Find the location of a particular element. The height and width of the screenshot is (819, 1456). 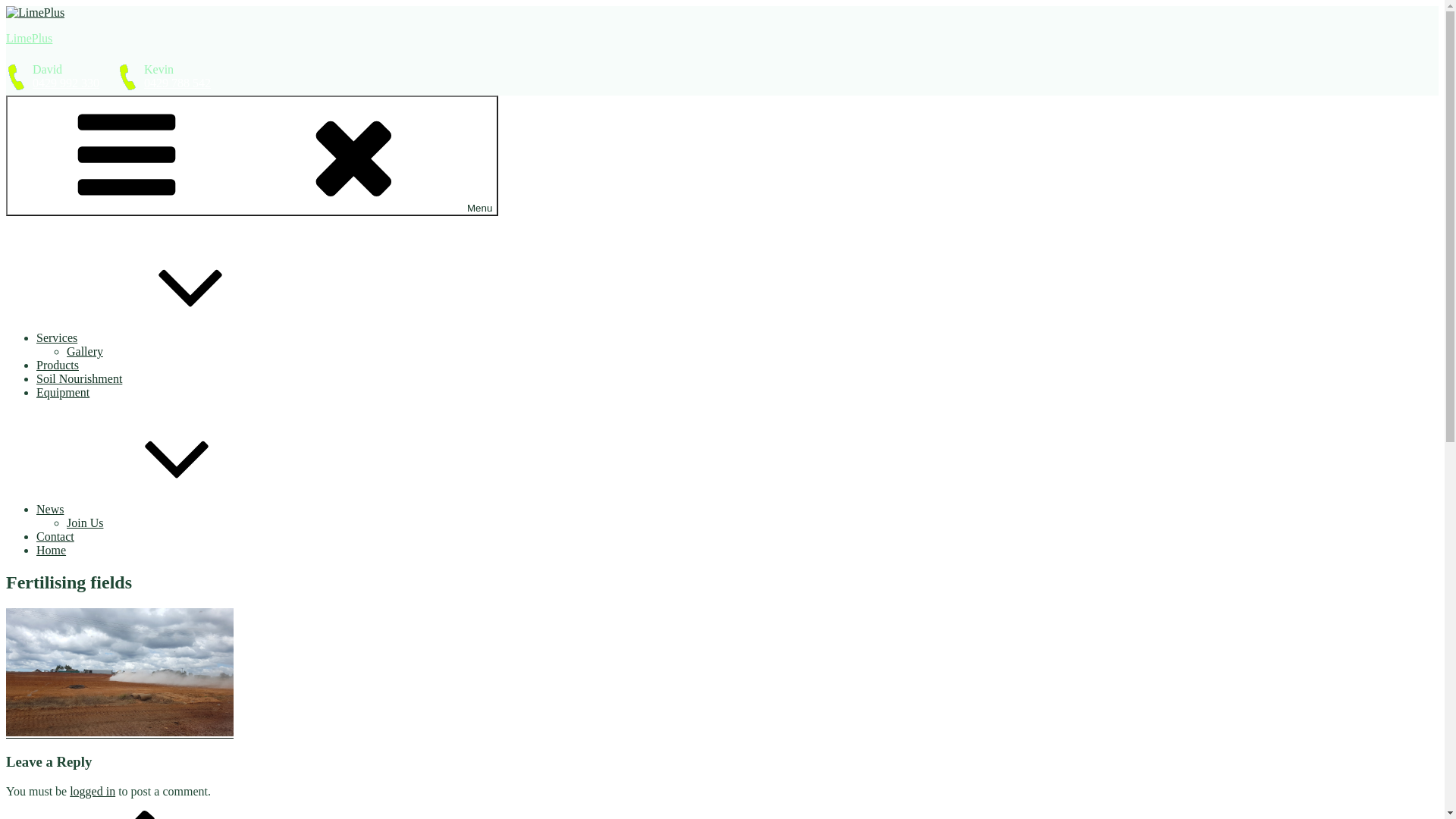

'logged in' is located at coordinates (91, 790).